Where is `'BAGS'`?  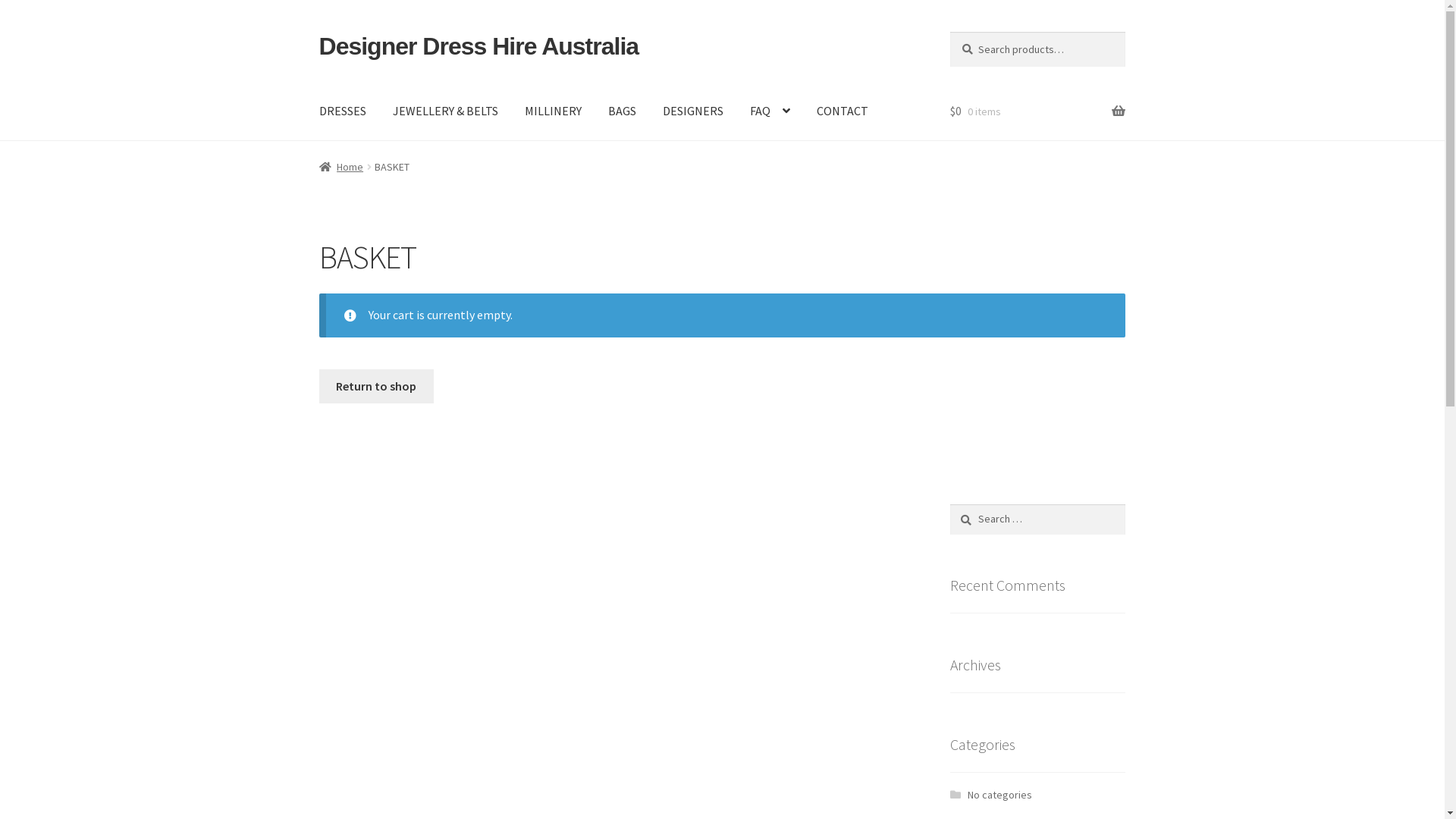 'BAGS' is located at coordinates (595, 110).